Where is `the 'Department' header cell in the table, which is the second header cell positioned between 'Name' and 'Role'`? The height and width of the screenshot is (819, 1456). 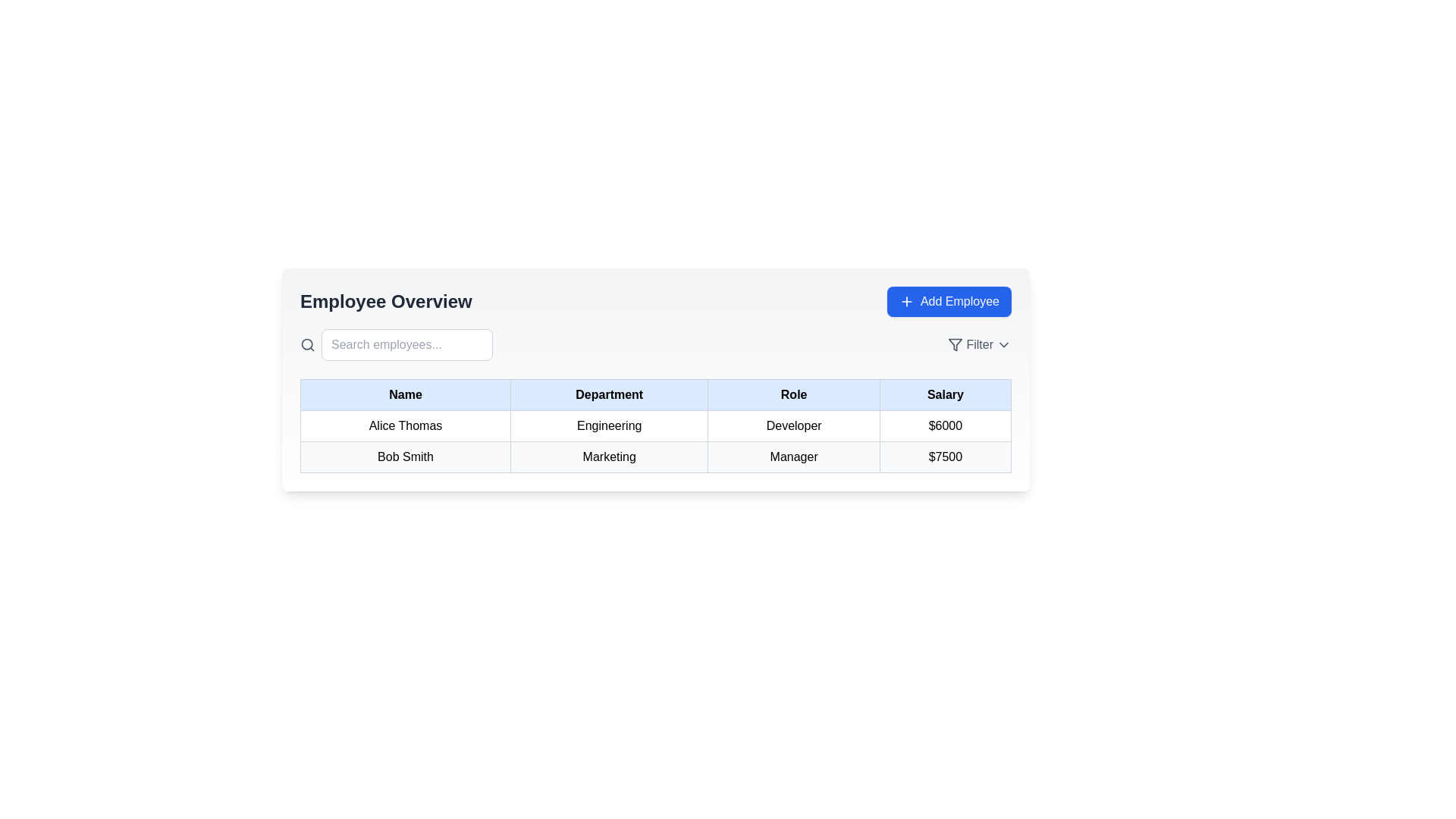
the 'Department' header cell in the table, which is the second header cell positioned between 'Name' and 'Role' is located at coordinates (609, 394).